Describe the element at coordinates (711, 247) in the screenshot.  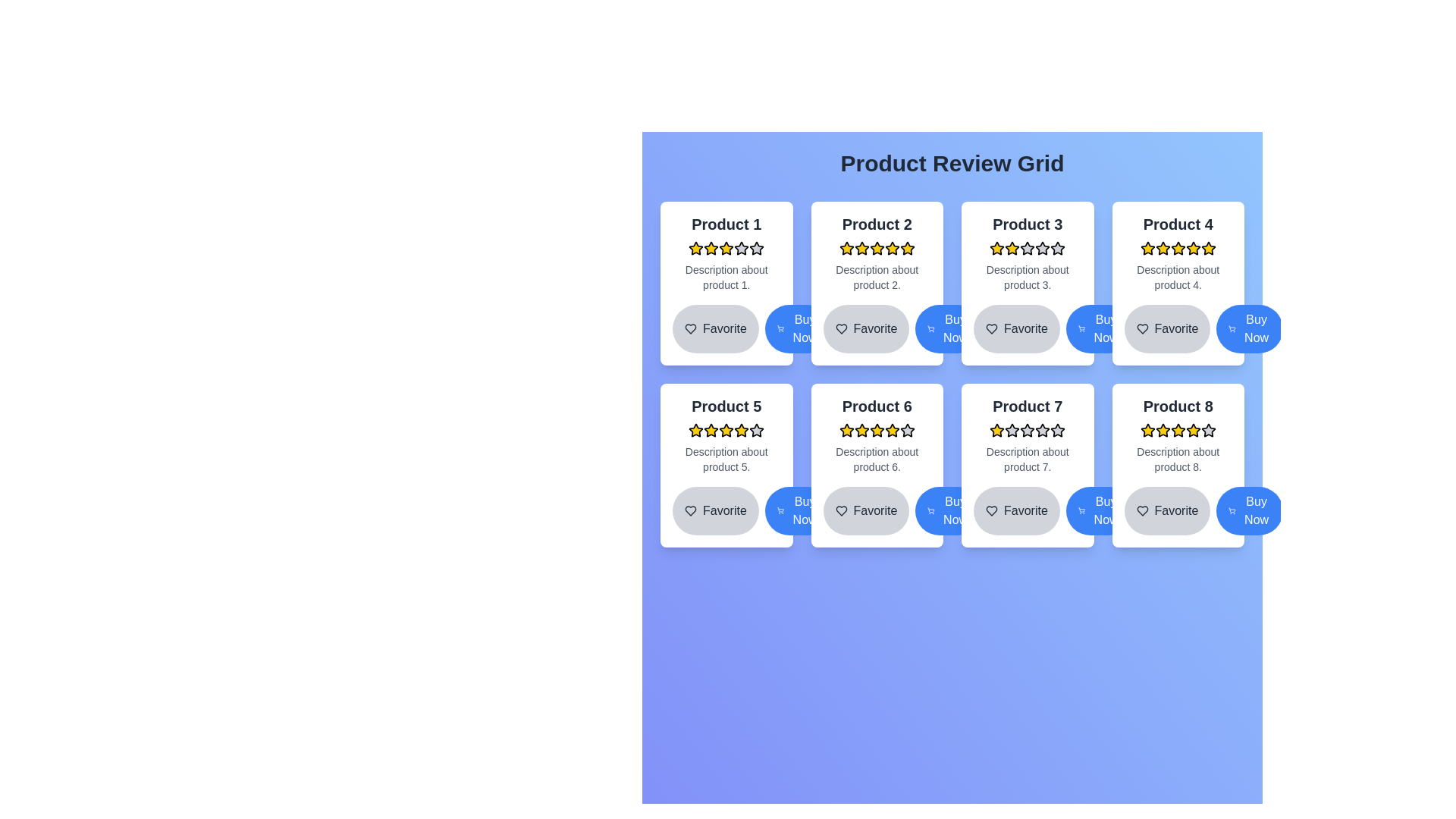
I see `the third yellow star icon in the rating component for 'Product 1', which is styled as a filled star with black borders` at that location.